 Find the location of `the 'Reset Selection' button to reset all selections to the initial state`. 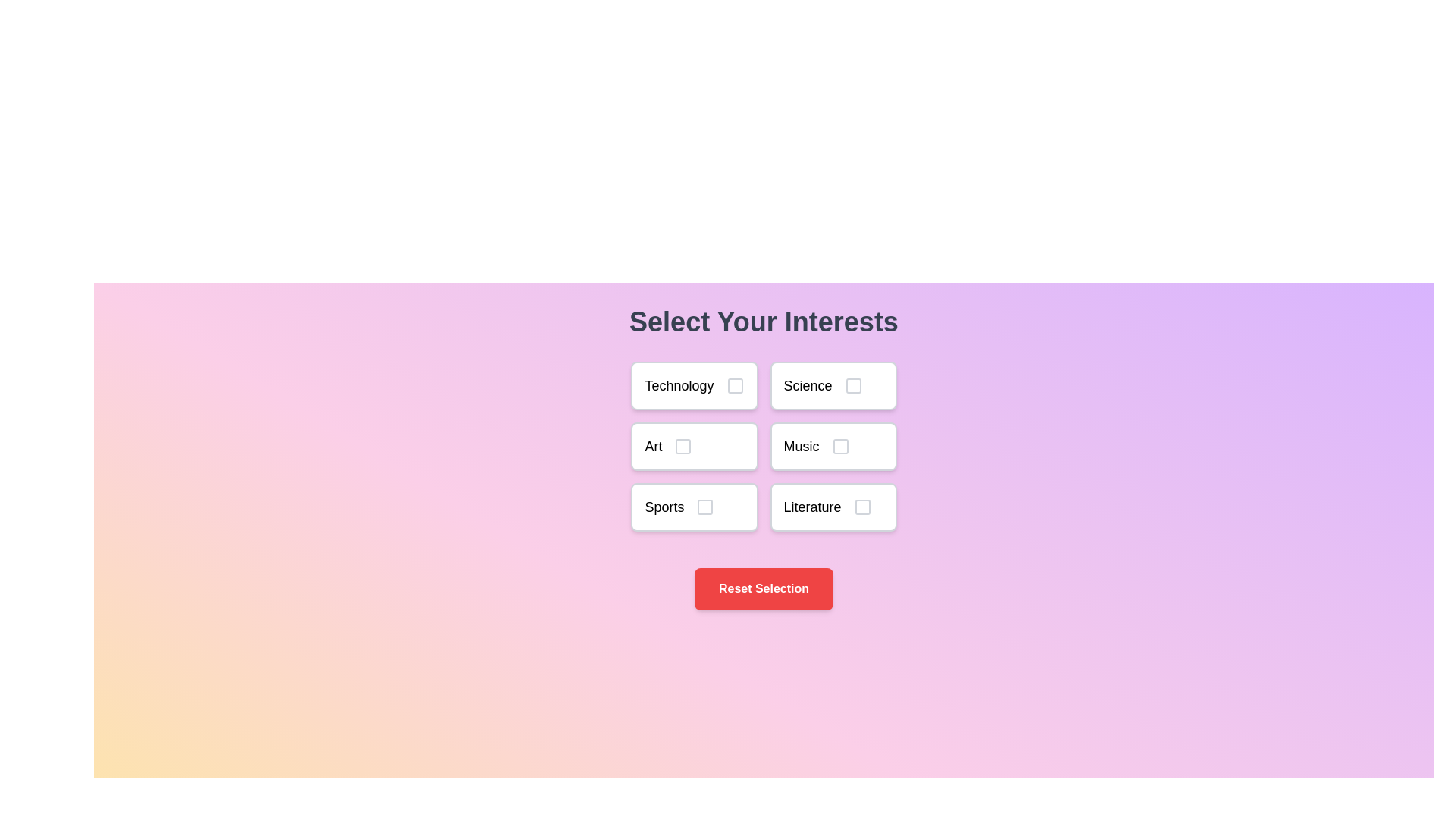

the 'Reset Selection' button to reset all selections to the initial state is located at coordinates (764, 588).